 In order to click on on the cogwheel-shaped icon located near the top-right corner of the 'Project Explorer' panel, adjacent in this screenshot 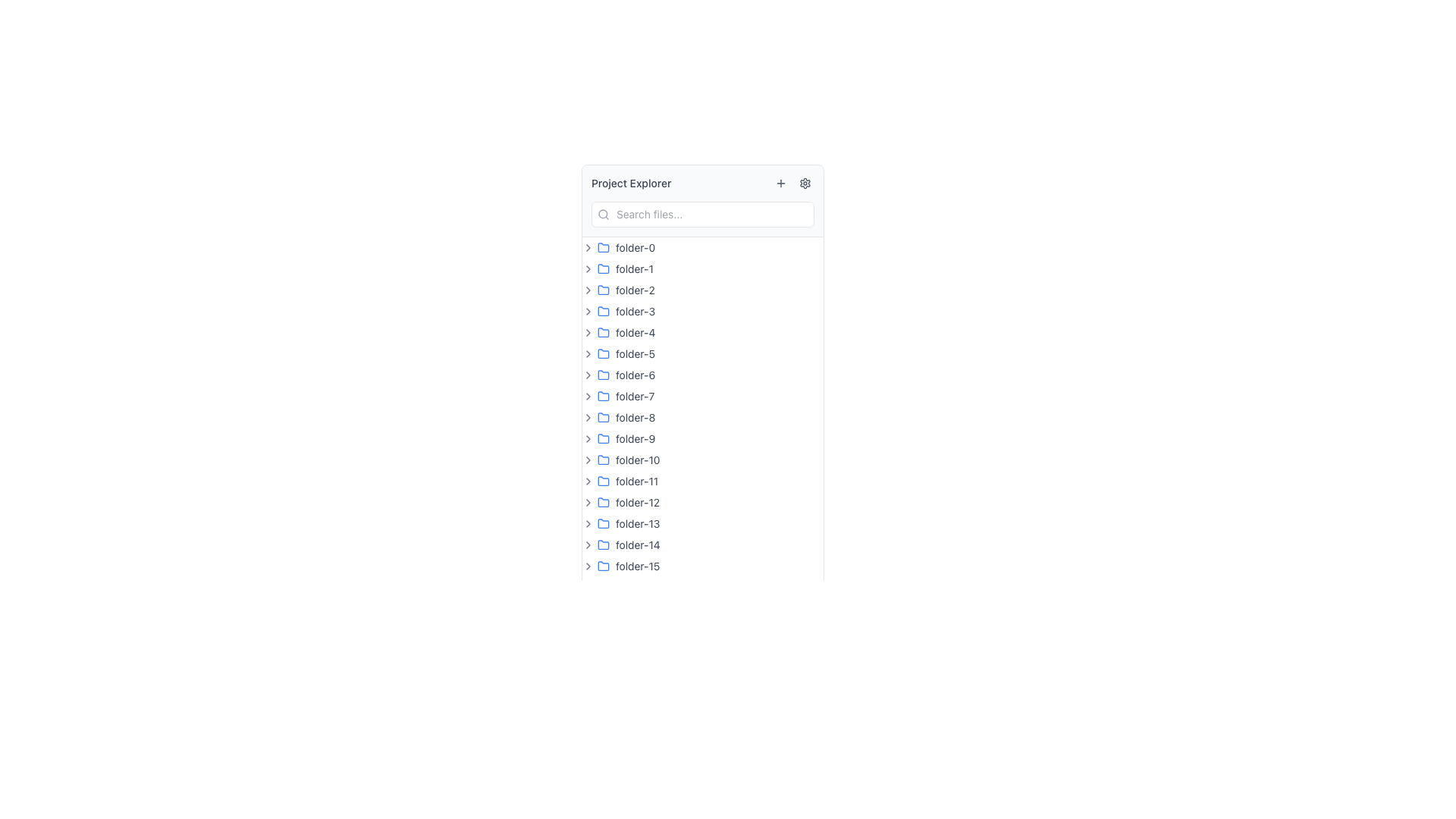, I will do `click(804, 183)`.